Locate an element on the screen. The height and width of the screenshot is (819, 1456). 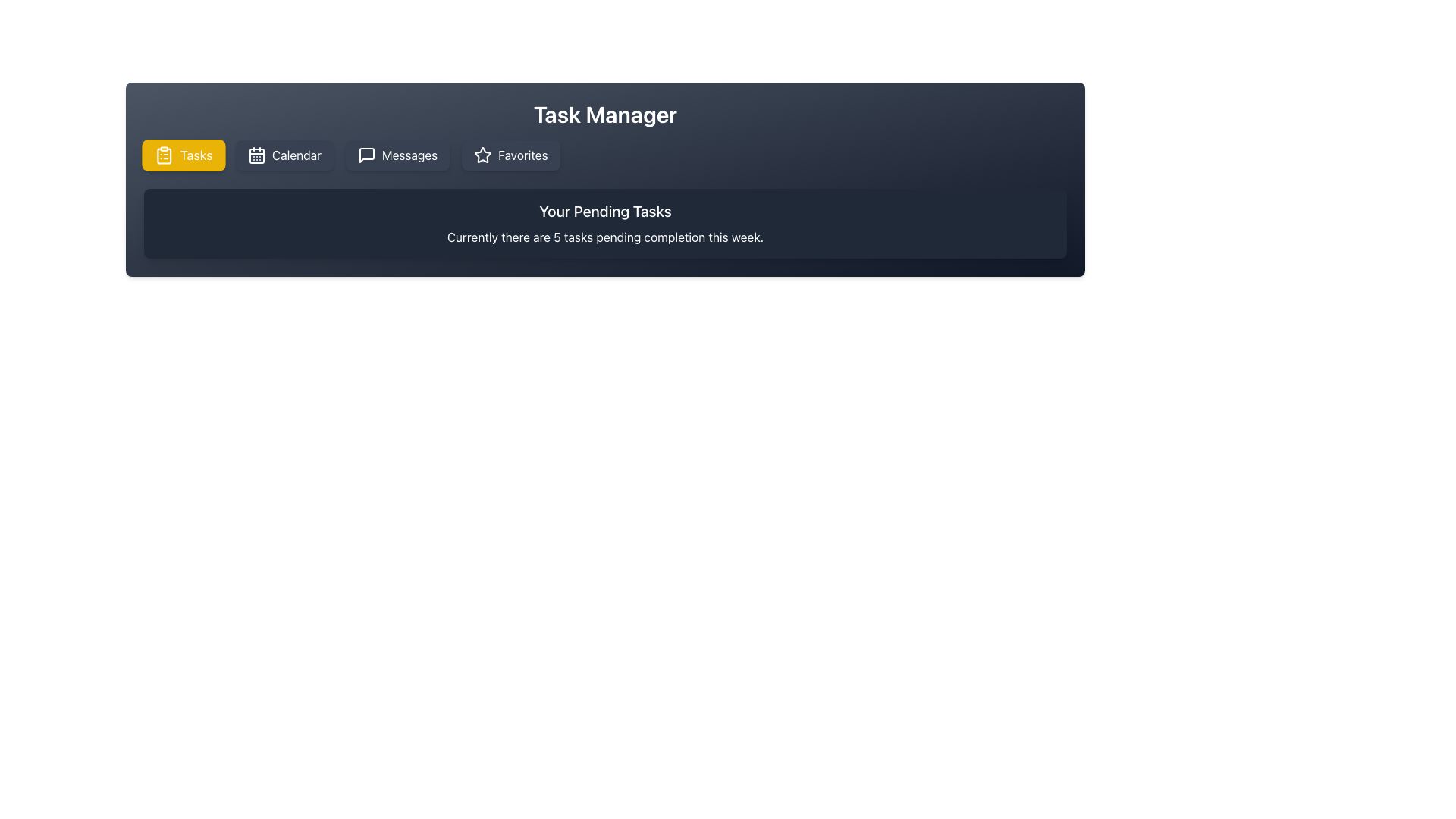
the 'Messages' button, which has a dark gray background and rounded corners is located at coordinates (397, 155).